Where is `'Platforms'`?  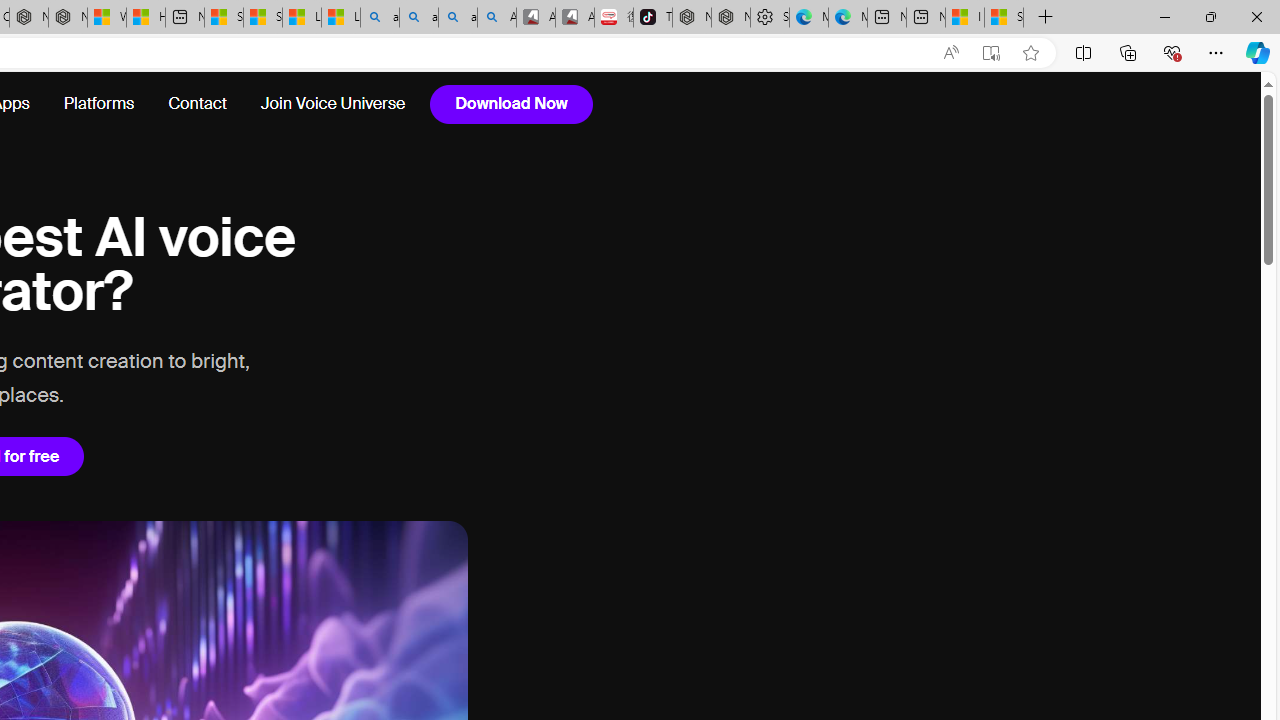 'Platforms' is located at coordinates (98, 104).